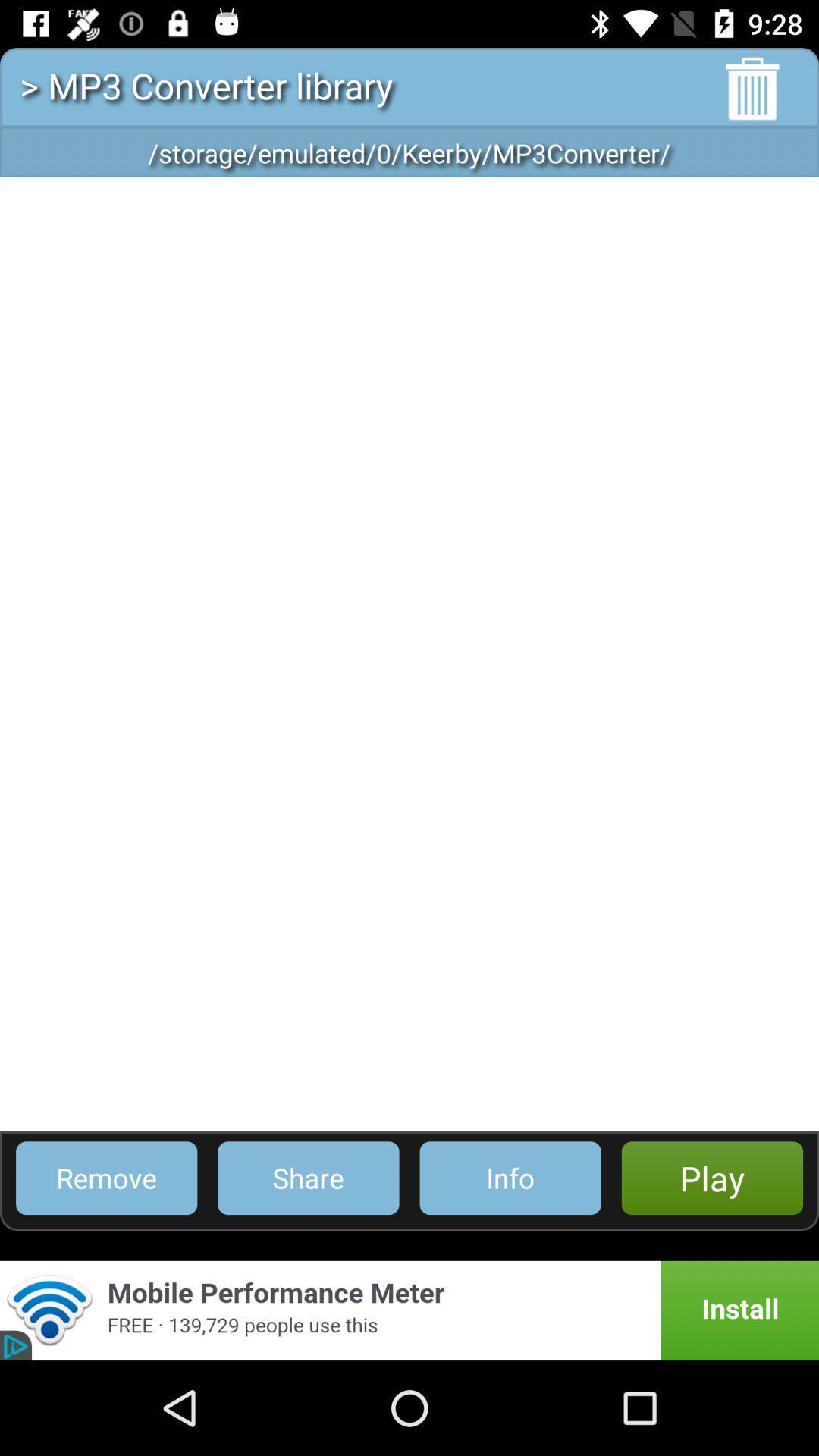 The height and width of the screenshot is (1456, 819). I want to click on the delete icon, so click(752, 88).